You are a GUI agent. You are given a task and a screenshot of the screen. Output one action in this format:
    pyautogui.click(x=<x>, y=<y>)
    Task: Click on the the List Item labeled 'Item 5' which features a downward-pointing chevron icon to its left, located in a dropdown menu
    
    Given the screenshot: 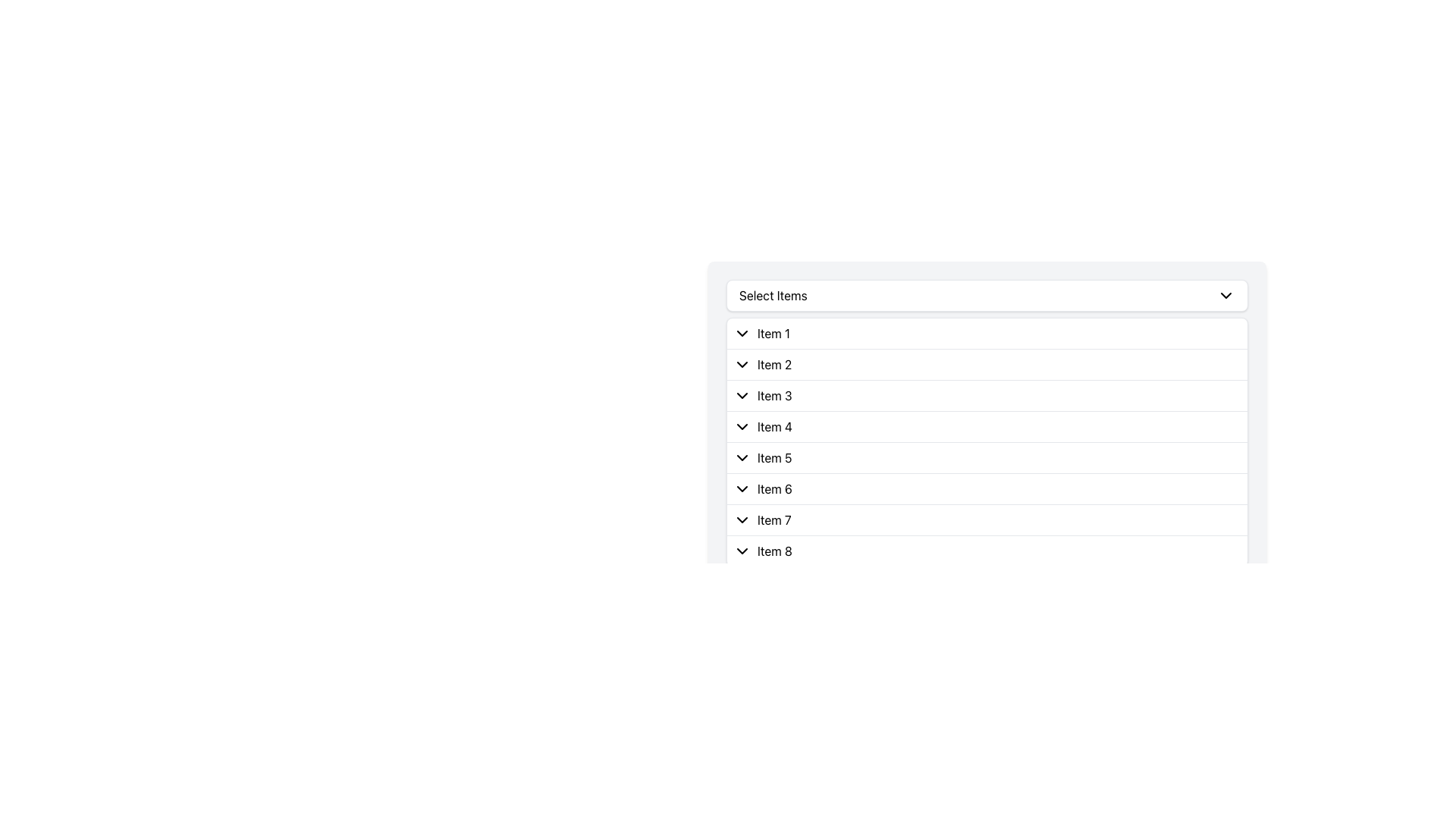 What is the action you would take?
    pyautogui.click(x=762, y=457)
    